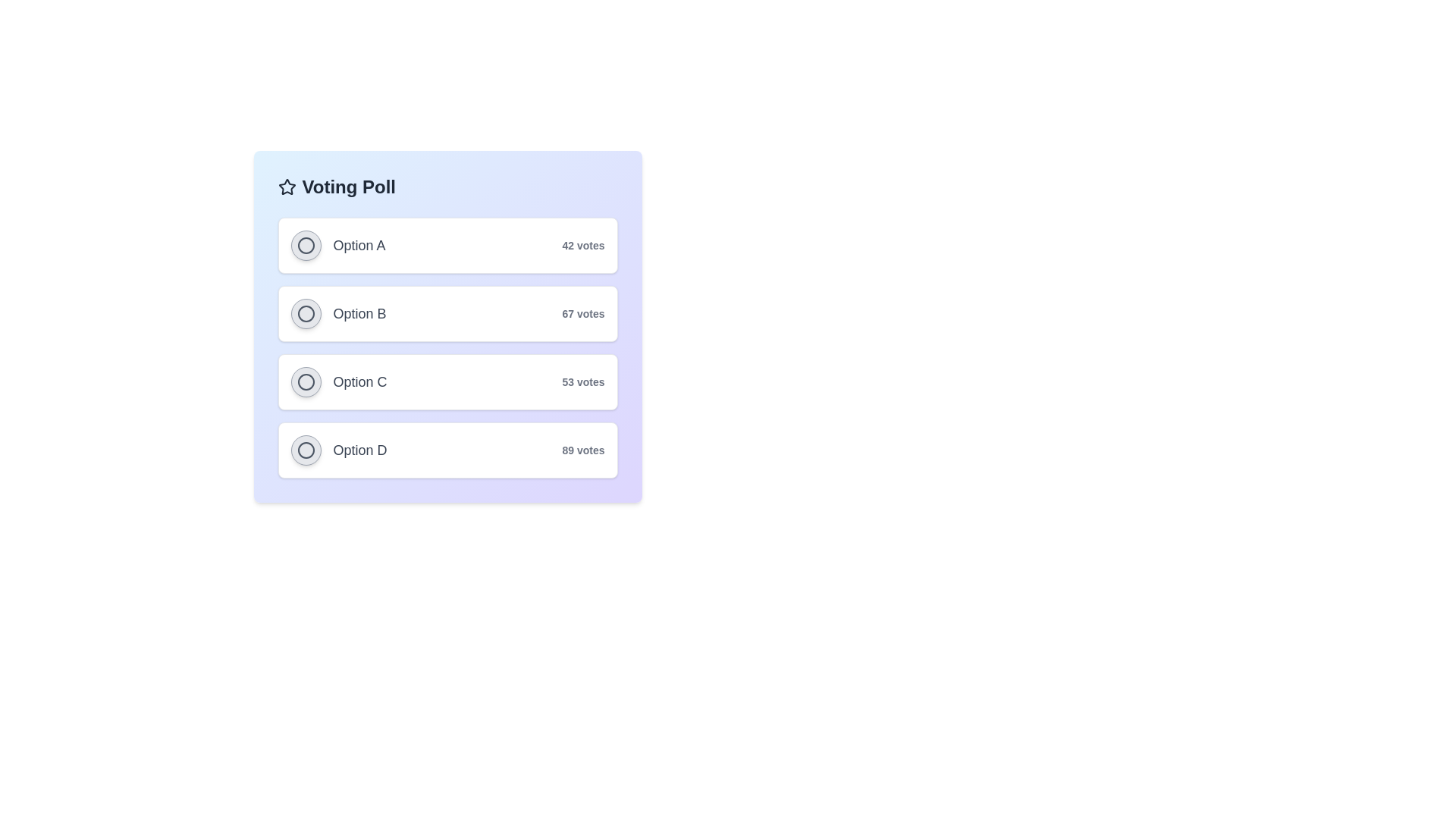  What do you see at coordinates (582, 450) in the screenshot?
I see `the text label displaying the number of votes for 'Option D', which is positioned at the rightmost part of the card for Option D in the voting interface` at bounding box center [582, 450].